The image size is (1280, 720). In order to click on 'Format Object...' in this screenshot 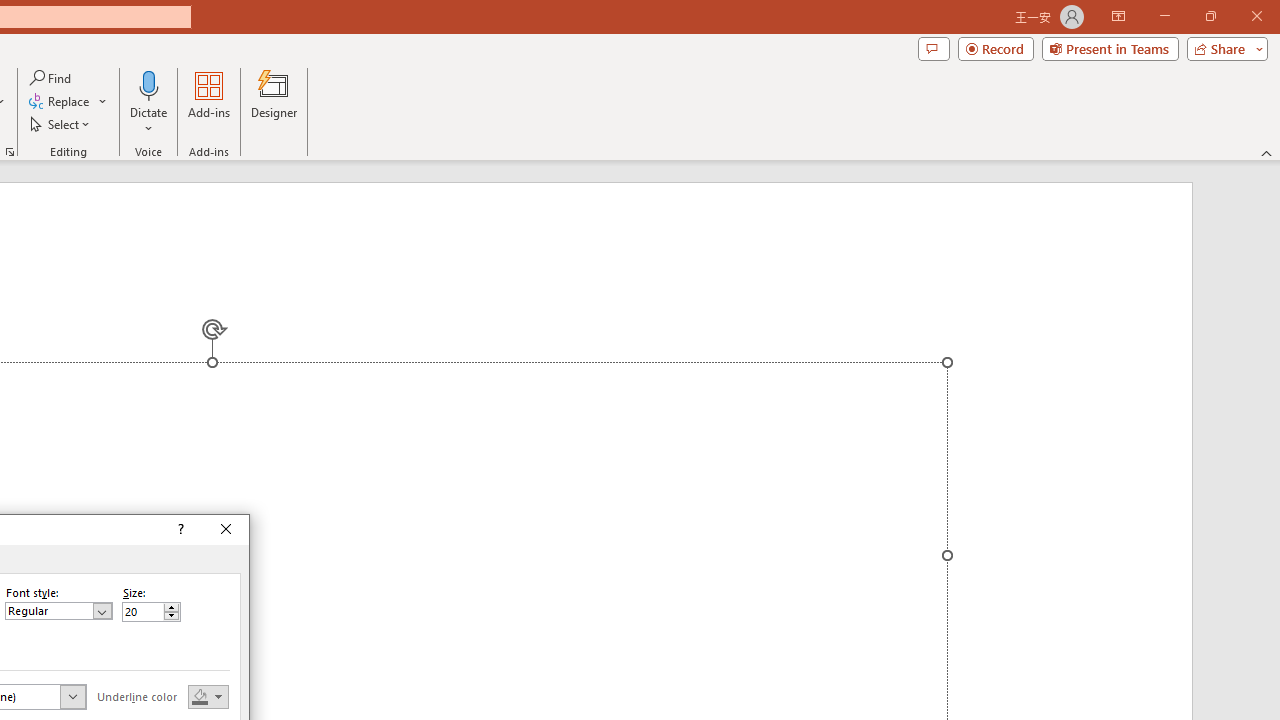, I will do `click(10, 150)`.